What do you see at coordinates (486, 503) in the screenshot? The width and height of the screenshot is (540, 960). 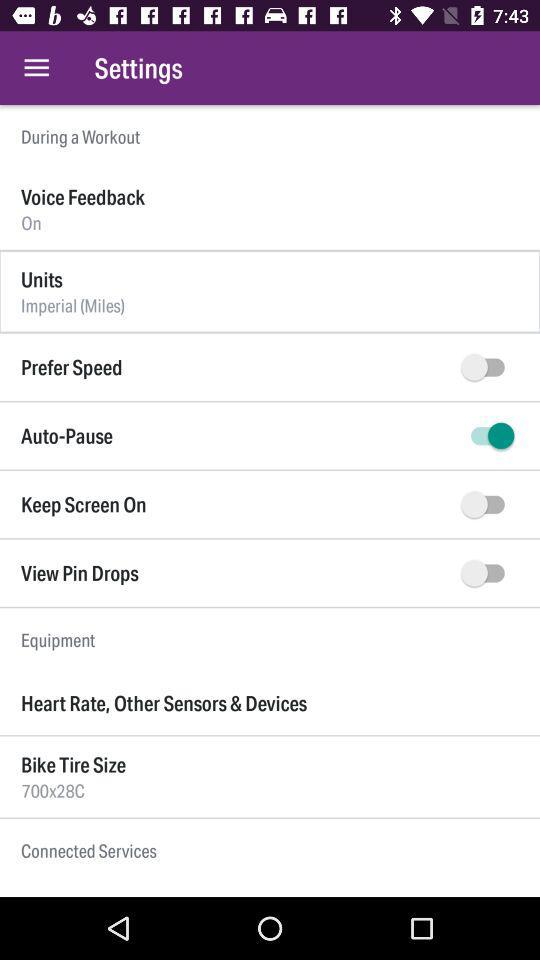 I see `keep the screen on` at bounding box center [486, 503].